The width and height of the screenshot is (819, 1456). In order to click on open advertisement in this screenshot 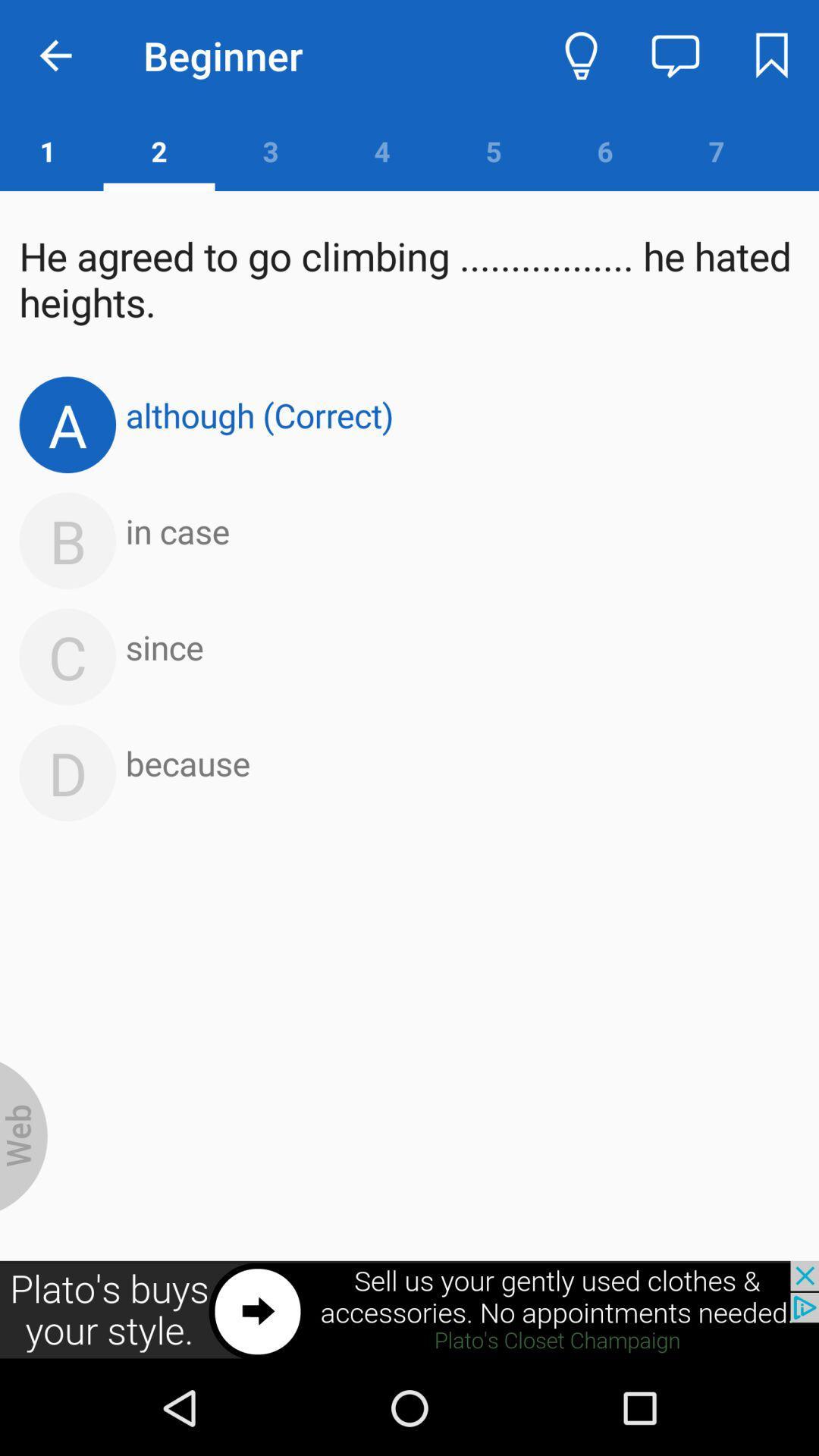, I will do `click(409, 1310)`.